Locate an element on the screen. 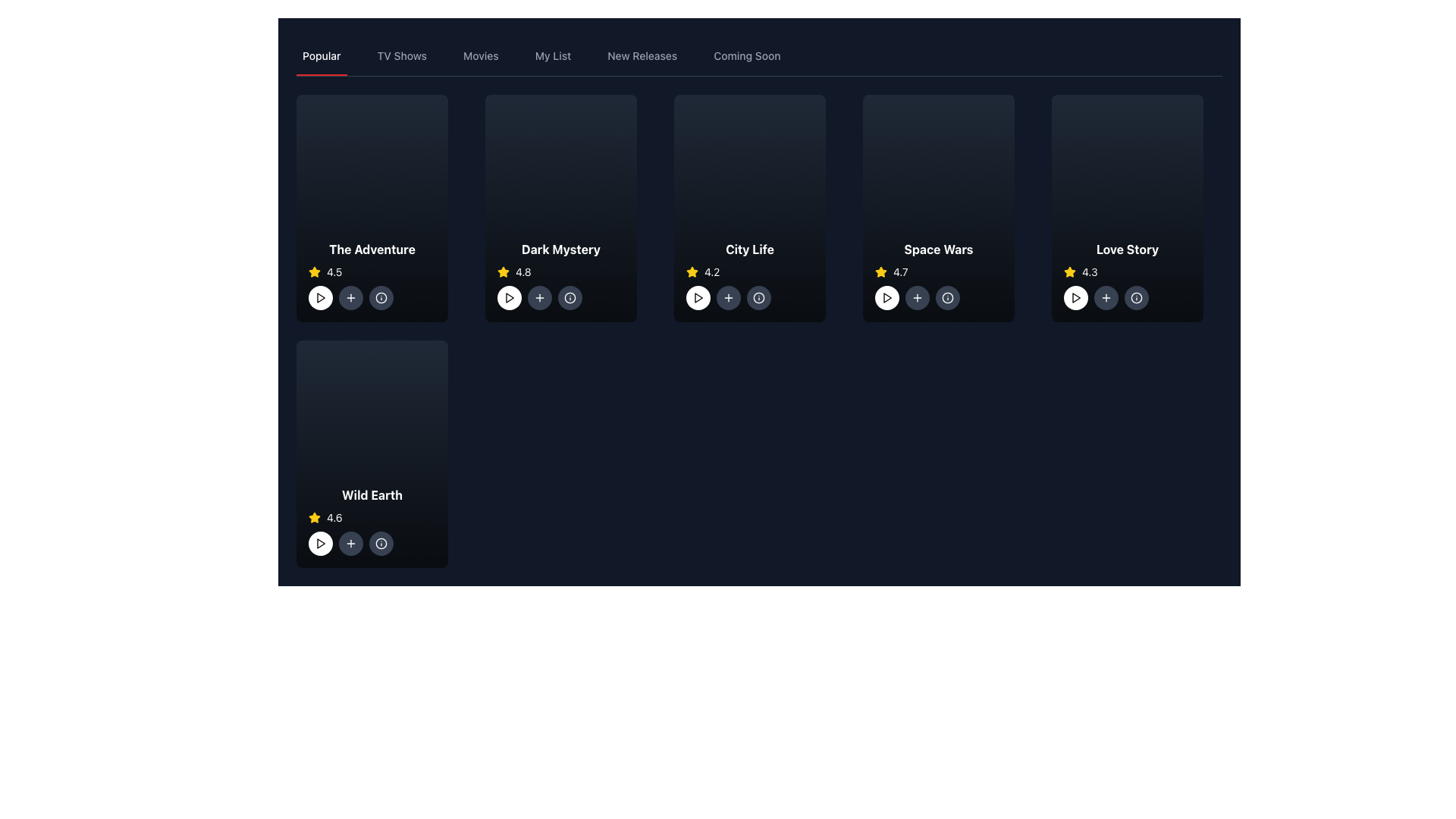 The image size is (1456, 819). the Icon Button located at the bottom center of the 'Wild Earth' content card, positioned to the right of the play button and to the left of the info button is located at coordinates (350, 543).